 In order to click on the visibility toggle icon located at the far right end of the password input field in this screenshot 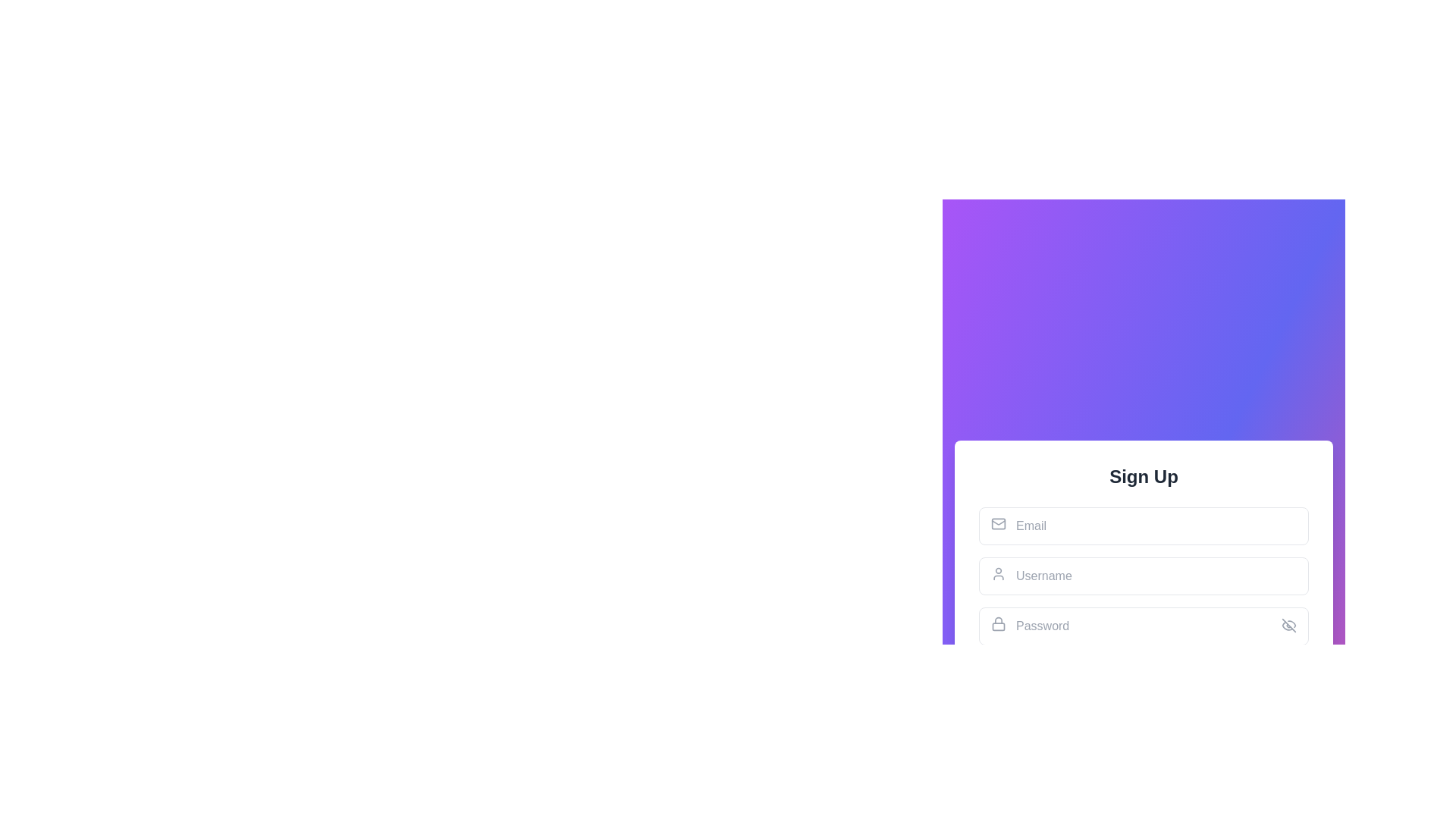, I will do `click(1288, 626)`.